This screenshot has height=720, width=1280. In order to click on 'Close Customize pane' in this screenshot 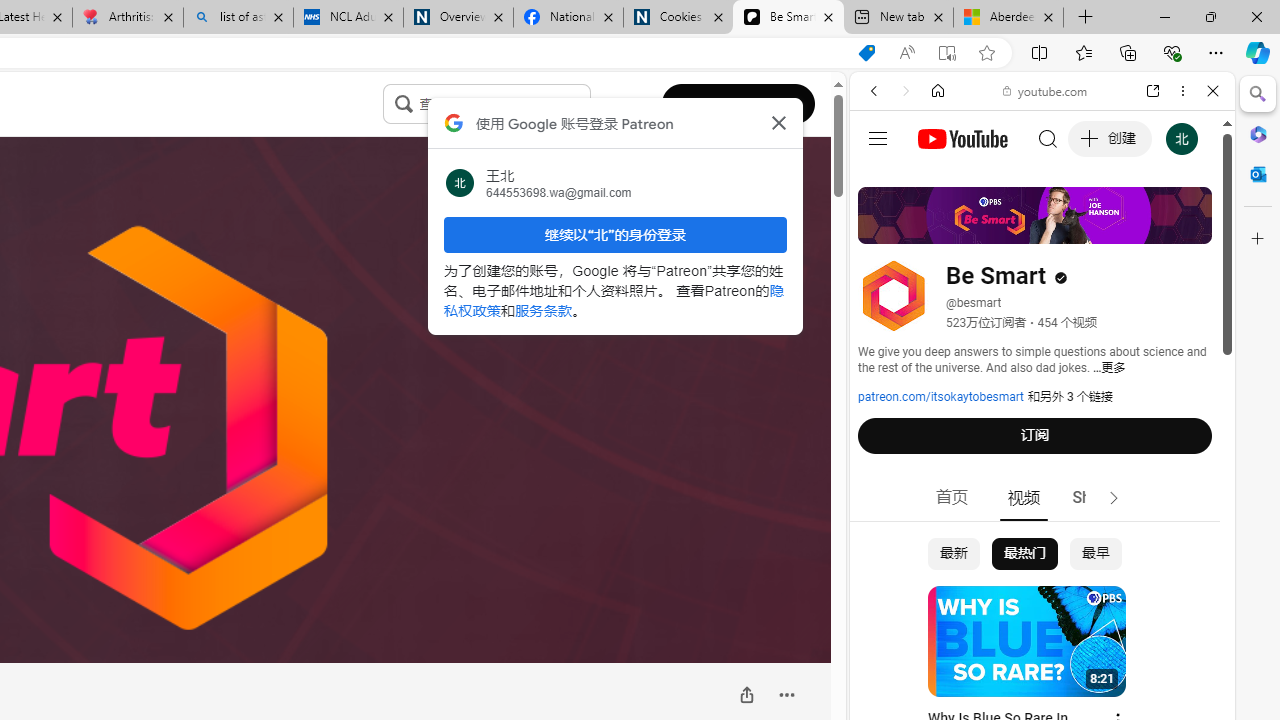, I will do `click(1257, 238)`.